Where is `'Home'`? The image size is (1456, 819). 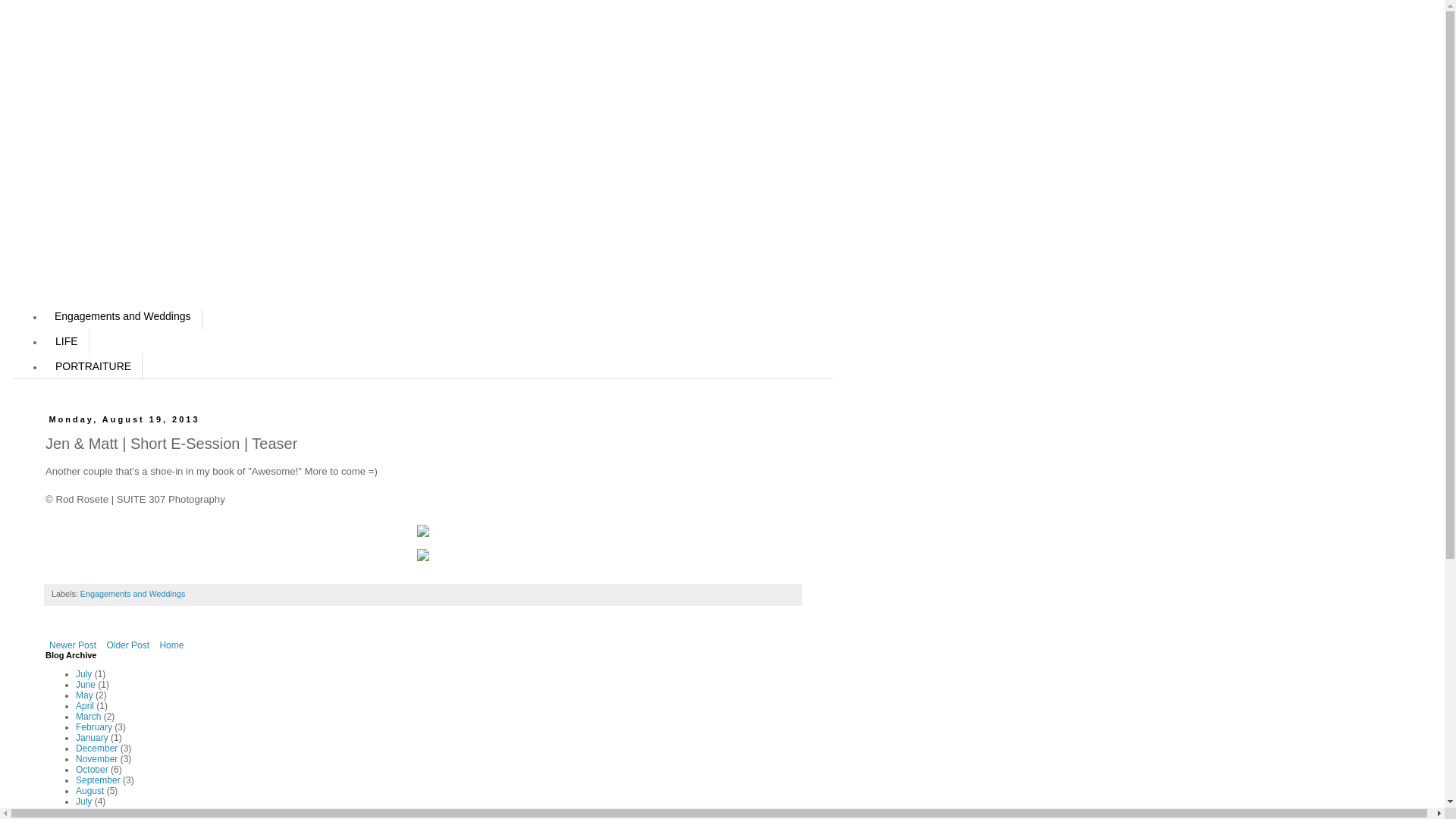 'Home' is located at coordinates (68, 165).